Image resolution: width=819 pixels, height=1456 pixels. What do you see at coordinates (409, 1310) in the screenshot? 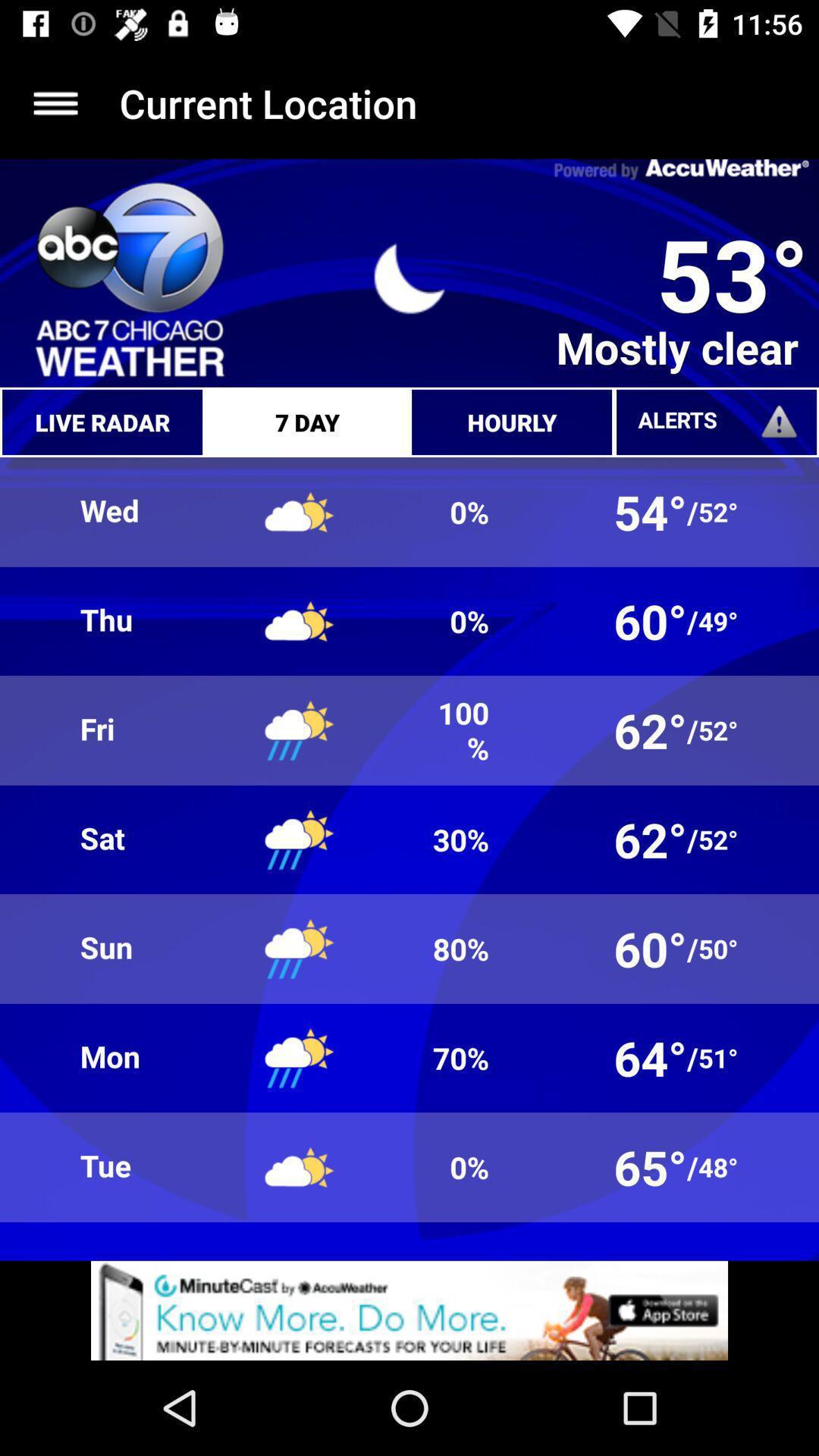
I see `advertisement` at bounding box center [409, 1310].